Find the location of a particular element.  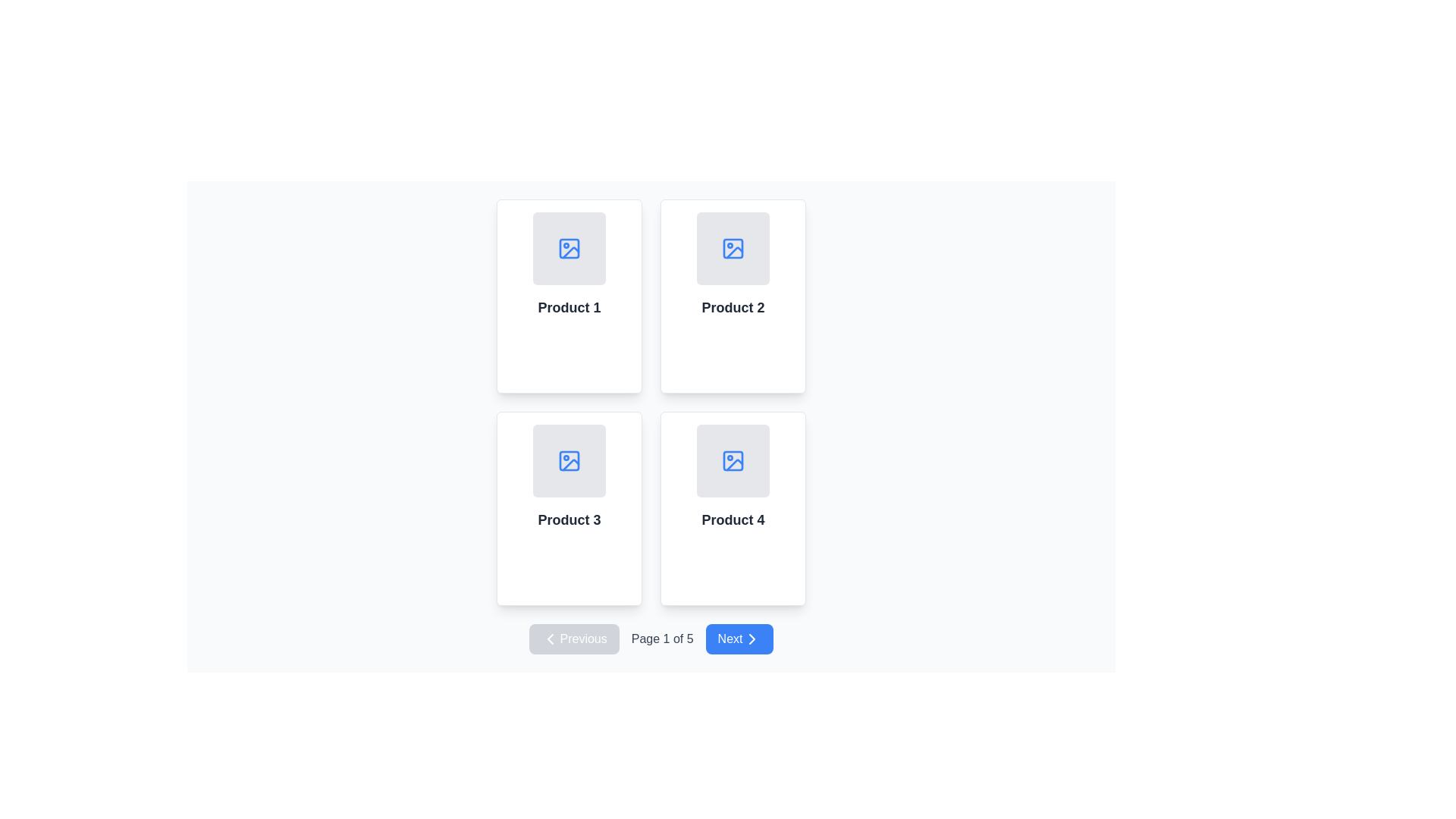

the icon in the top right tile labeled 'Product 2', which visually indicates a placeholder or preview image for the product is located at coordinates (733, 247).